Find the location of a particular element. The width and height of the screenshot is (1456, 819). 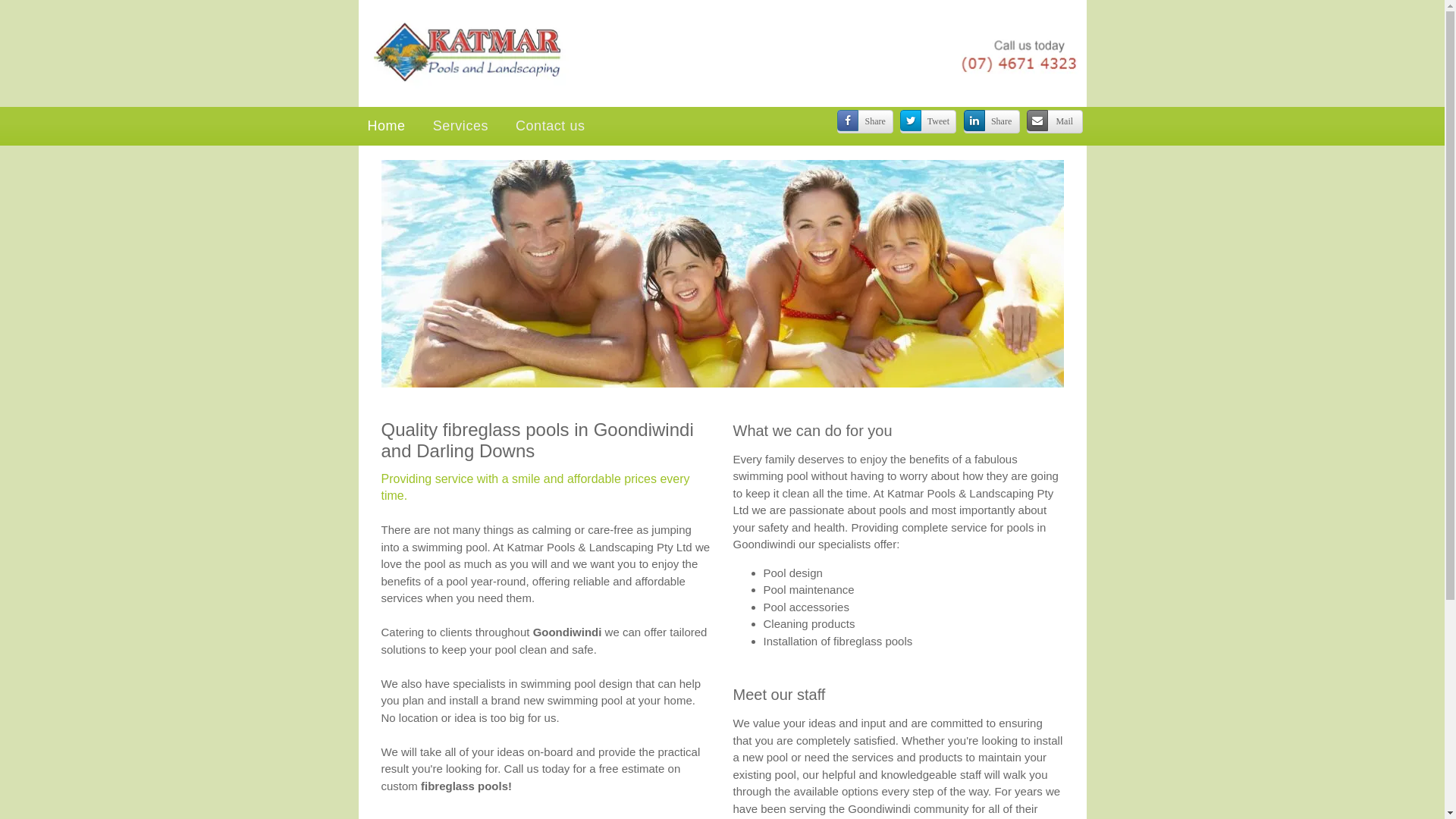

'Services' is located at coordinates (460, 125).